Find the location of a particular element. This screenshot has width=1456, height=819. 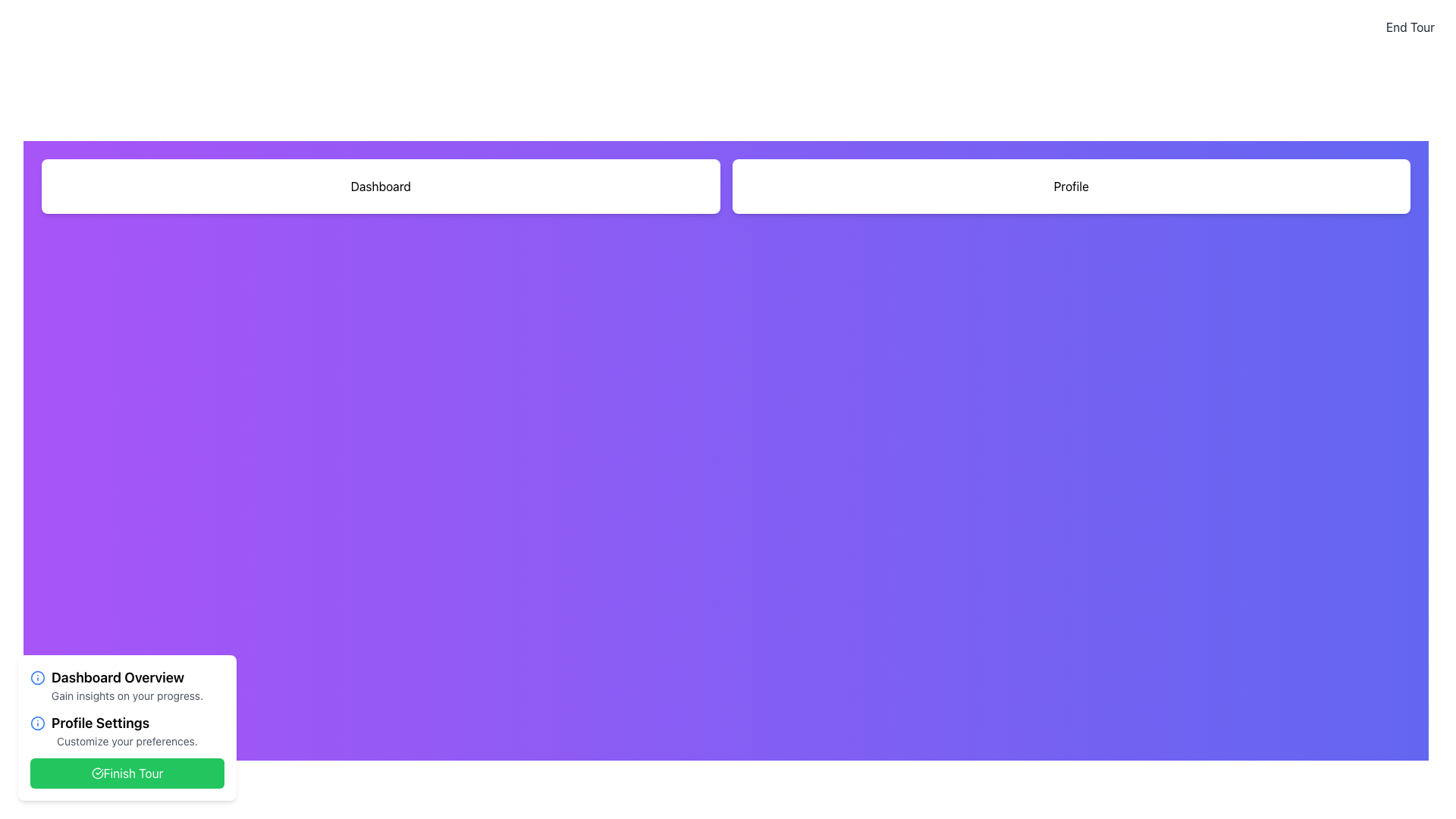

the Text block that indicates a navigational option for profile settings, using the information presented is located at coordinates (127, 730).